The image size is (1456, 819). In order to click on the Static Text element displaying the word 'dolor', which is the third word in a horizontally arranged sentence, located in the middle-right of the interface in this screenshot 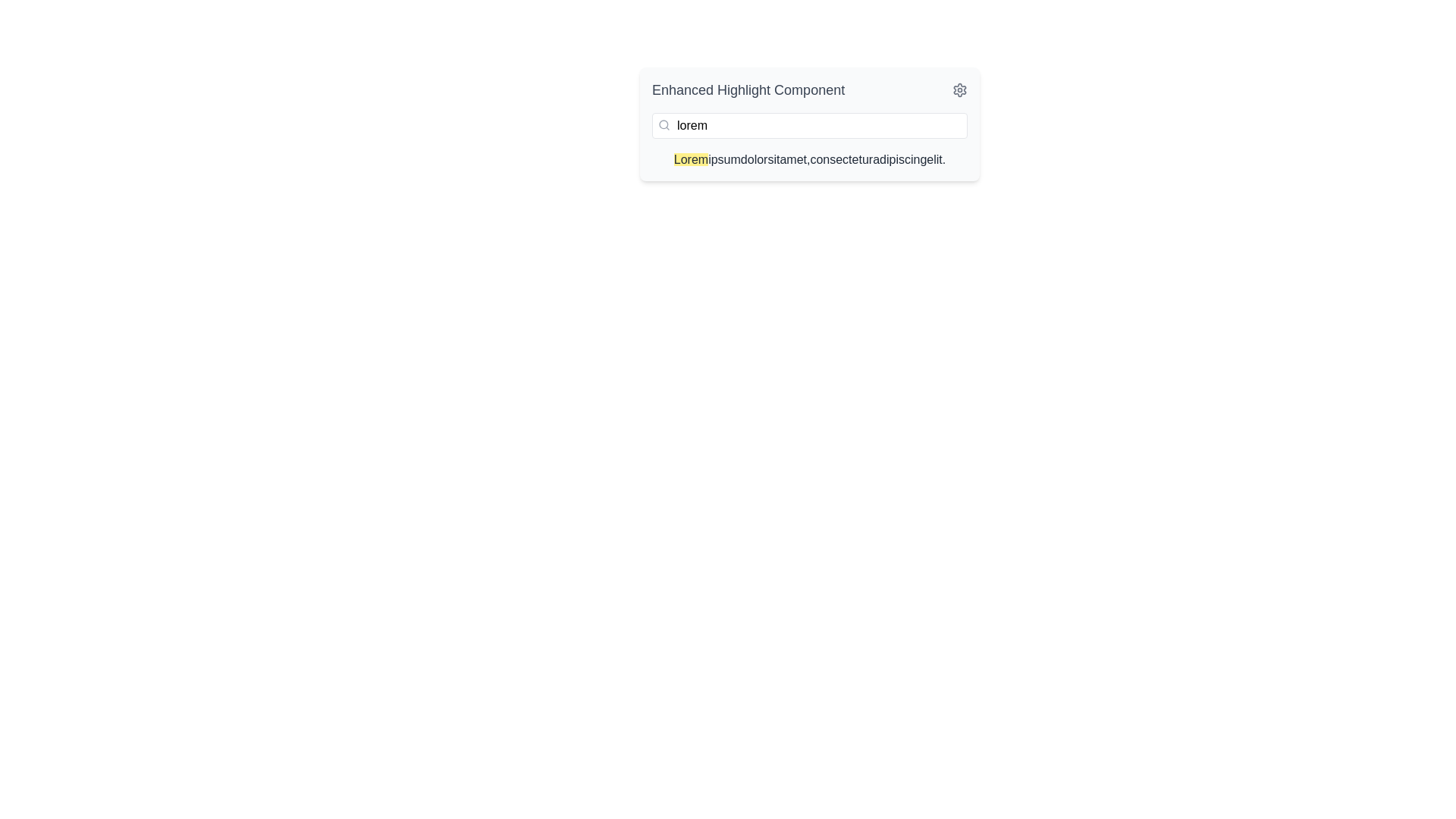, I will do `click(754, 159)`.